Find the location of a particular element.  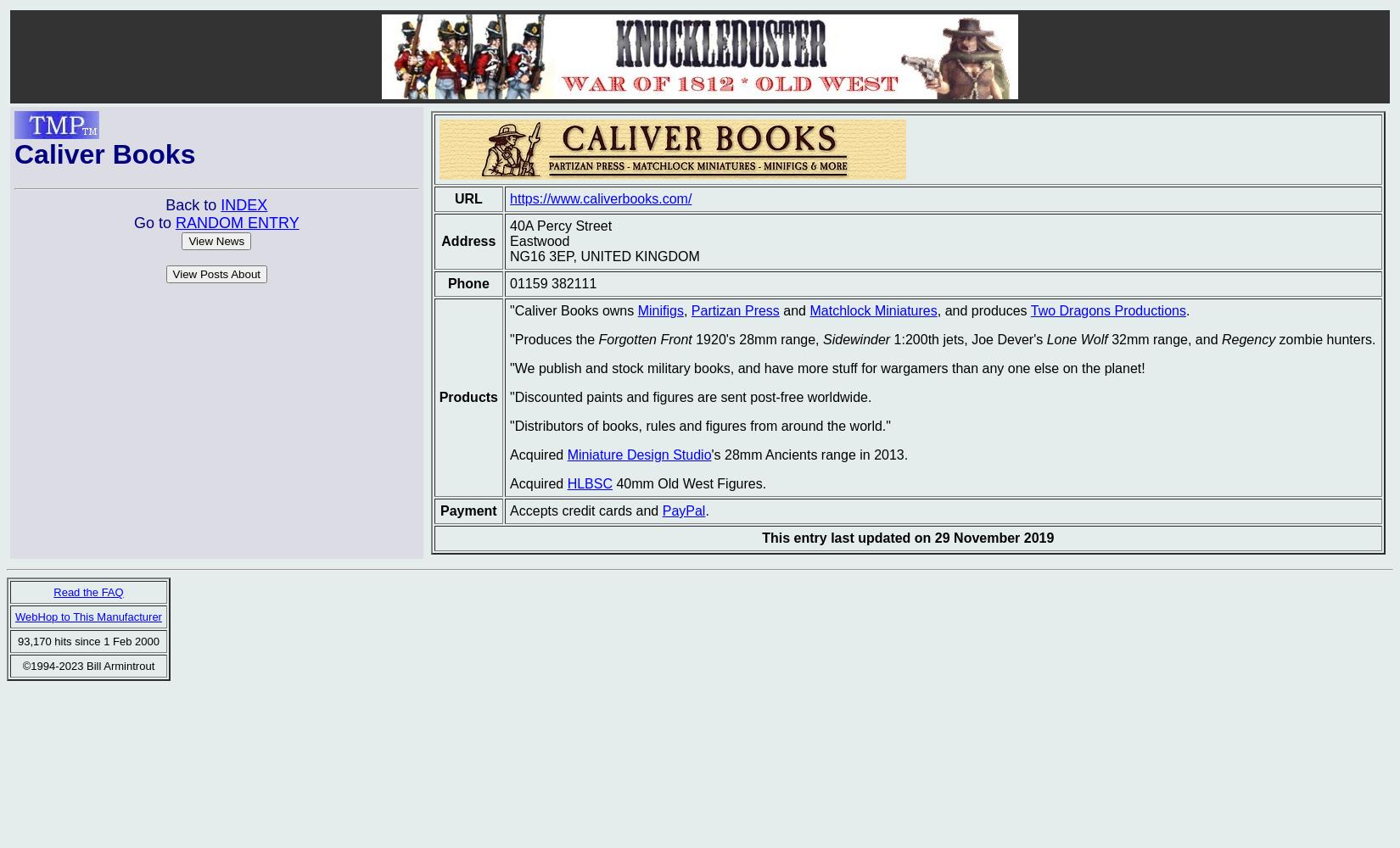

'Eastwood' is located at coordinates (539, 241).